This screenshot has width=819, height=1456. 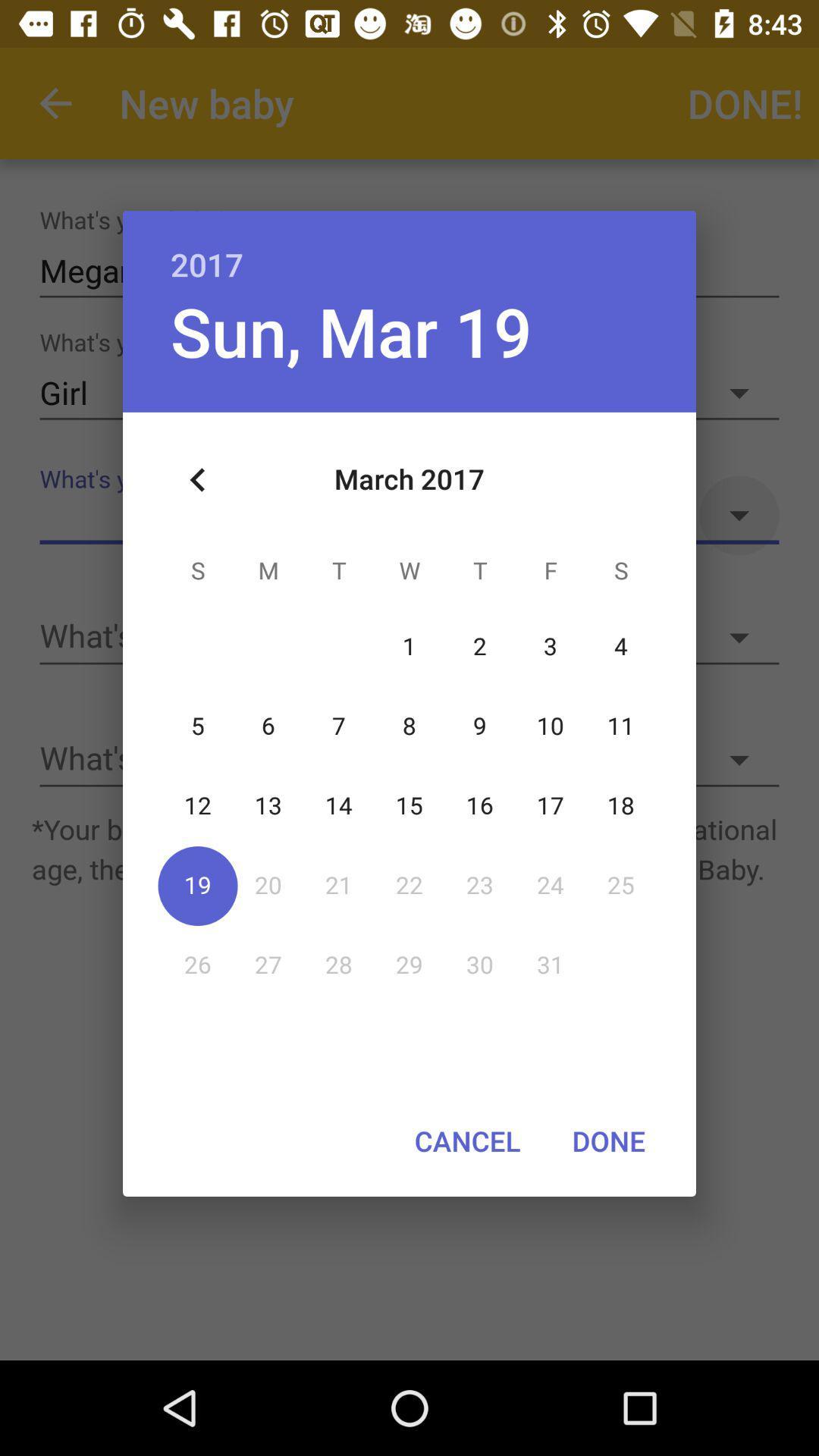 What do you see at coordinates (409, 248) in the screenshot?
I see `the icon above sun, mar 19 icon` at bounding box center [409, 248].